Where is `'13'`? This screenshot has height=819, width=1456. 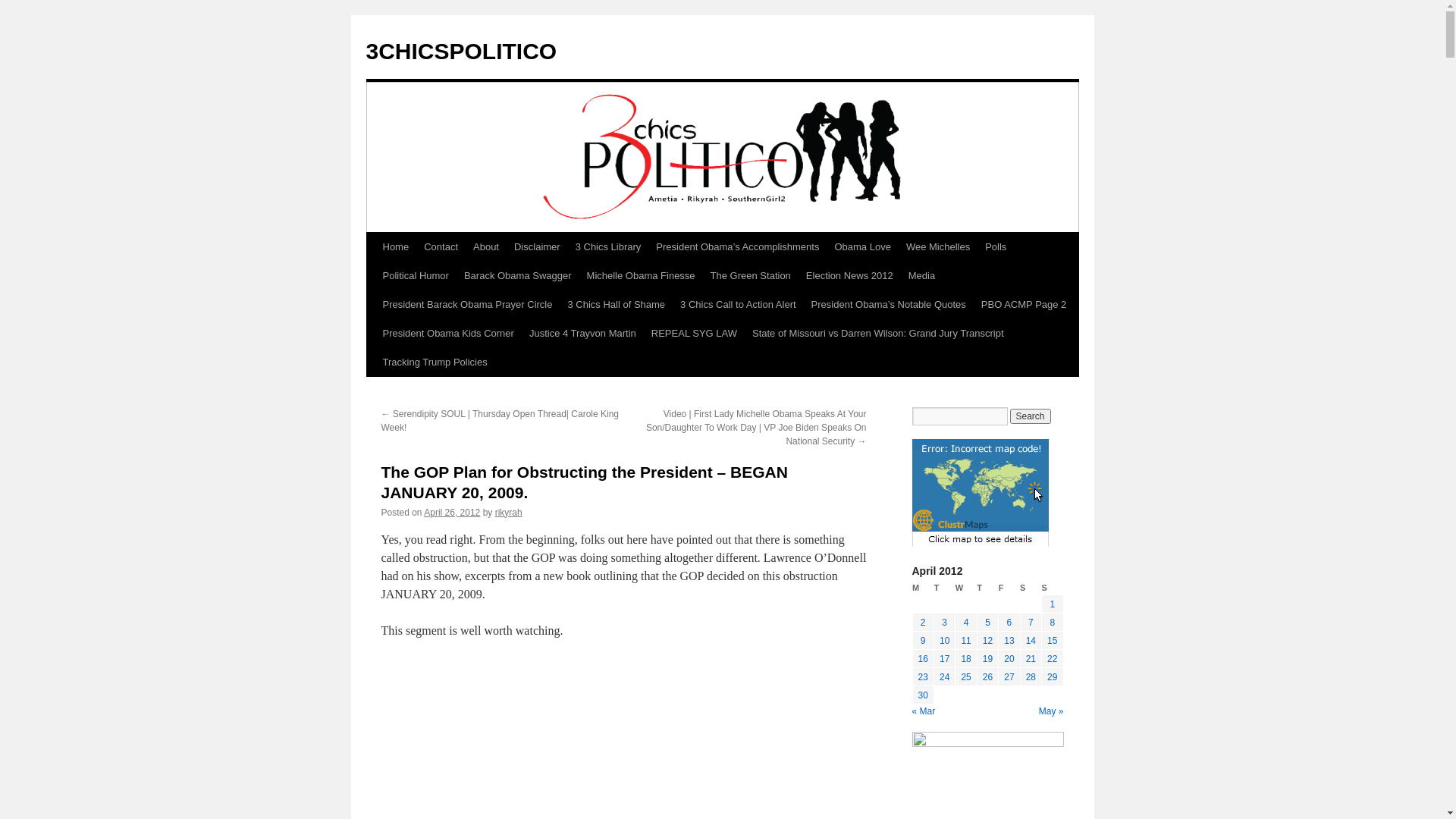 '13' is located at coordinates (1009, 640).